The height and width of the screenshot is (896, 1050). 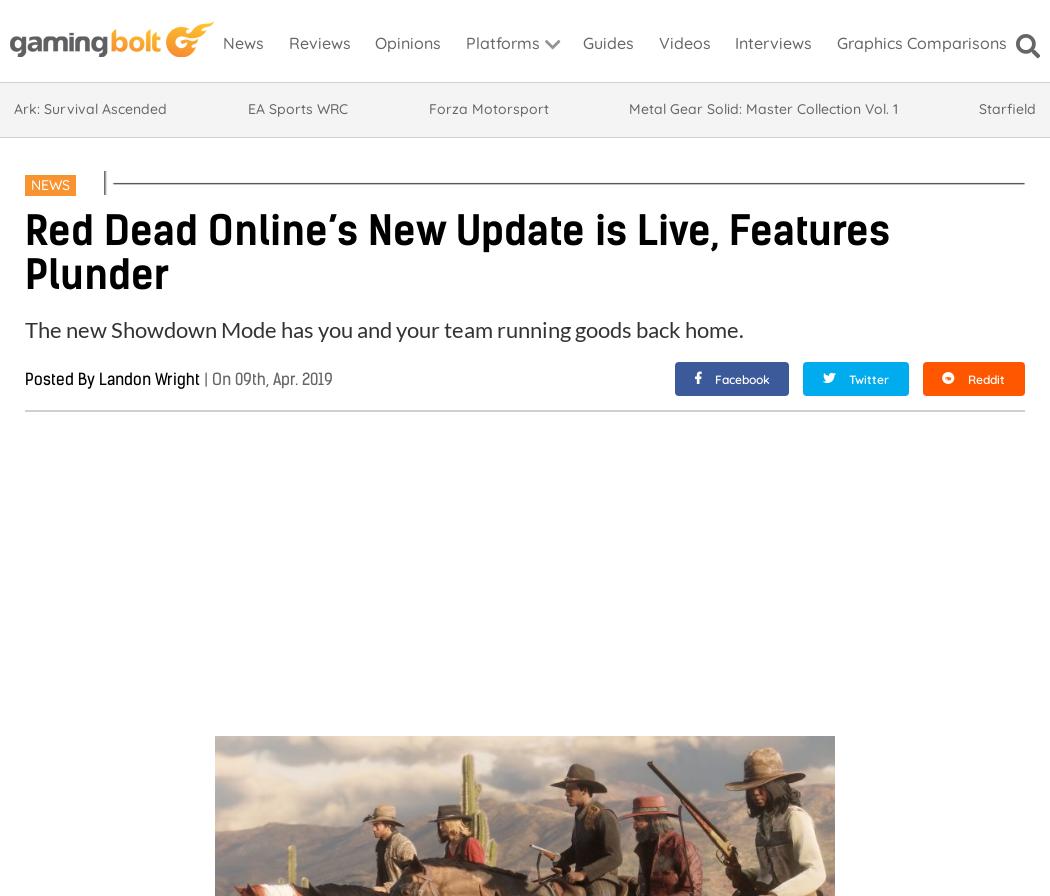 I want to click on 'Guides', so click(x=607, y=42).